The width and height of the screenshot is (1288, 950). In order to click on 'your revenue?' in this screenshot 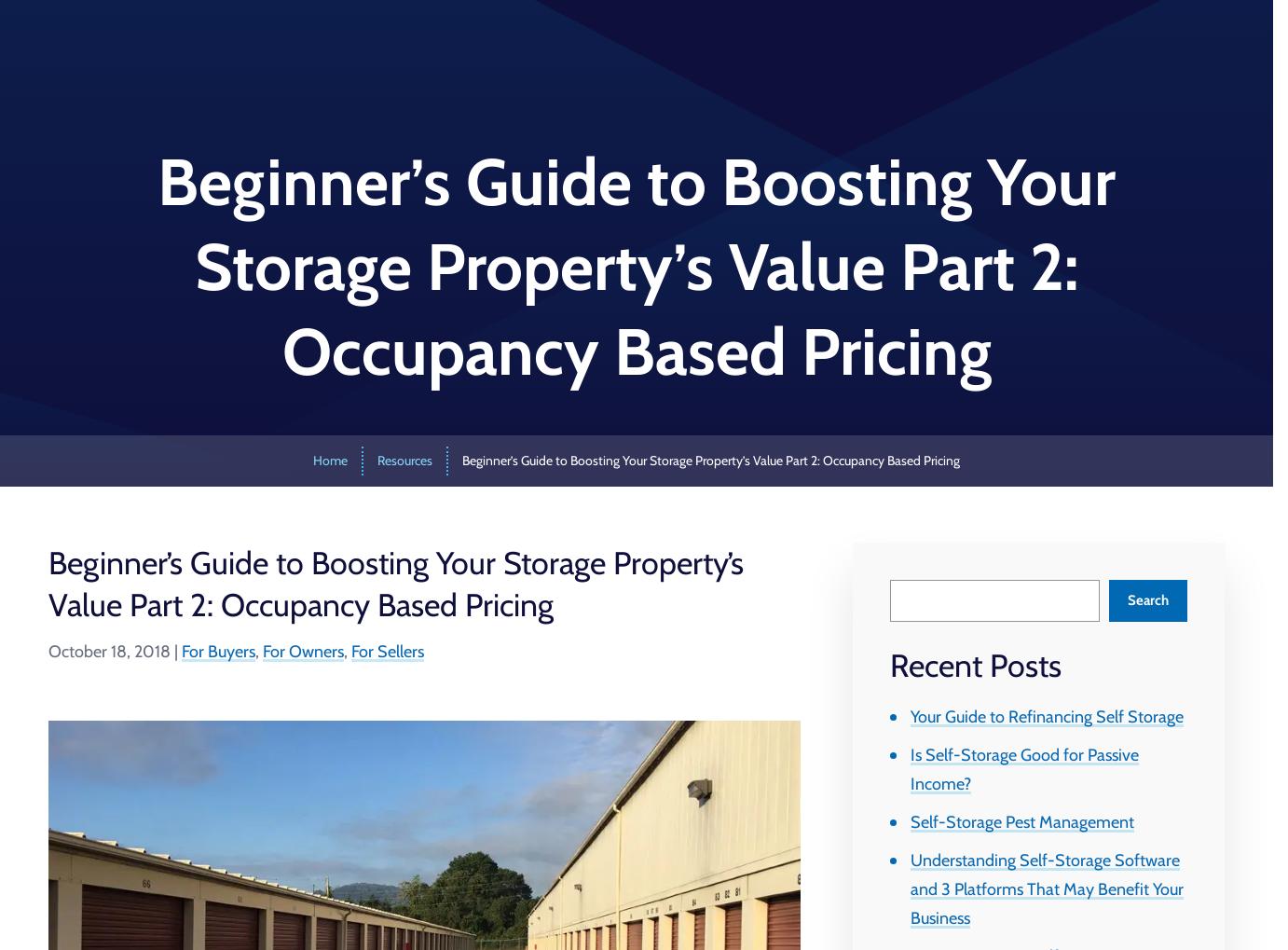, I will do `click(267, 477)`.